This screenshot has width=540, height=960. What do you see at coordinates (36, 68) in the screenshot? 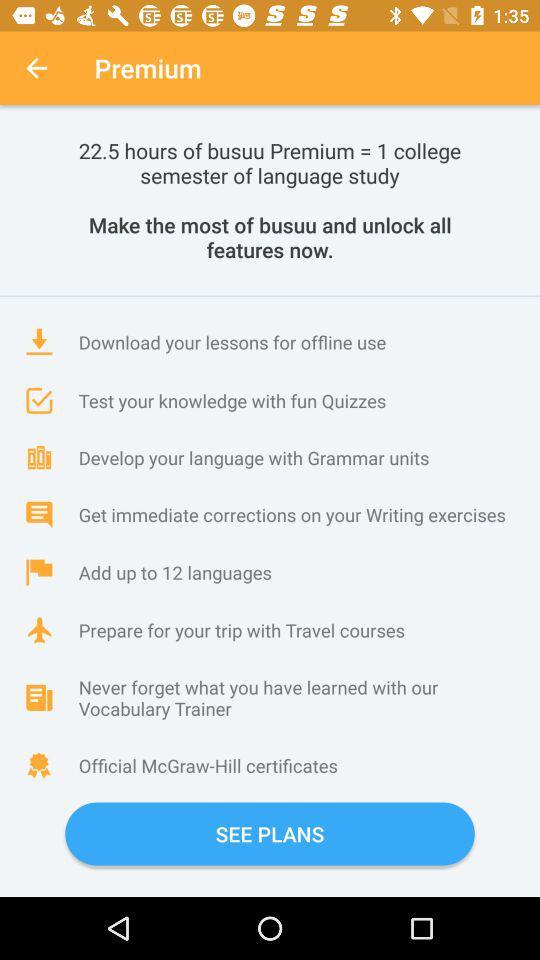
I see `icon above 22 5 hours` at bounding box center [36, 68].